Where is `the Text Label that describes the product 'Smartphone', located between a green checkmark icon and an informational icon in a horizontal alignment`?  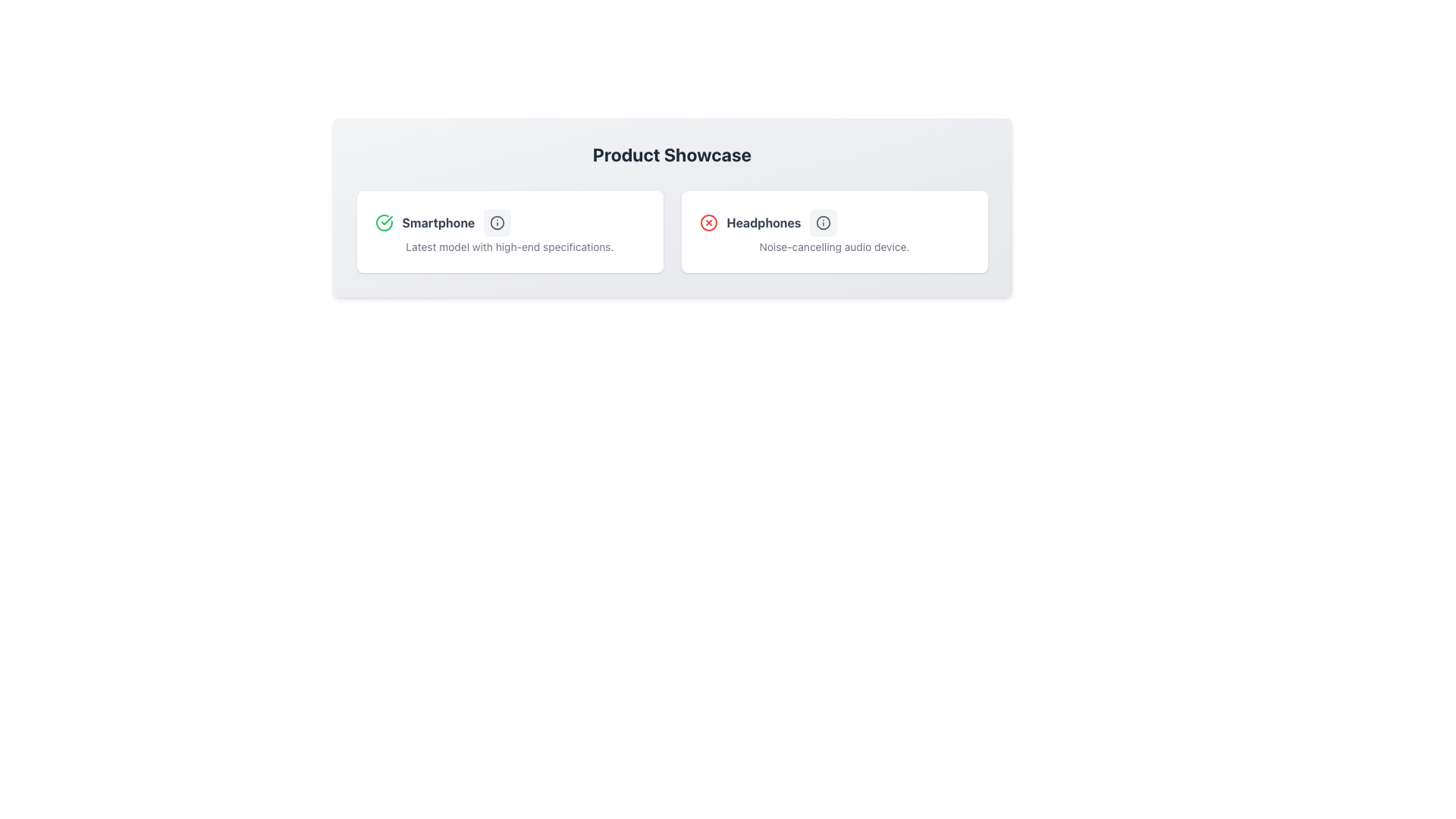
the Text Label that describes the product 'Smartphone', located between a green checkmark icon and an informational icon in a horizontal alignment is located at coordinates (438, 222).